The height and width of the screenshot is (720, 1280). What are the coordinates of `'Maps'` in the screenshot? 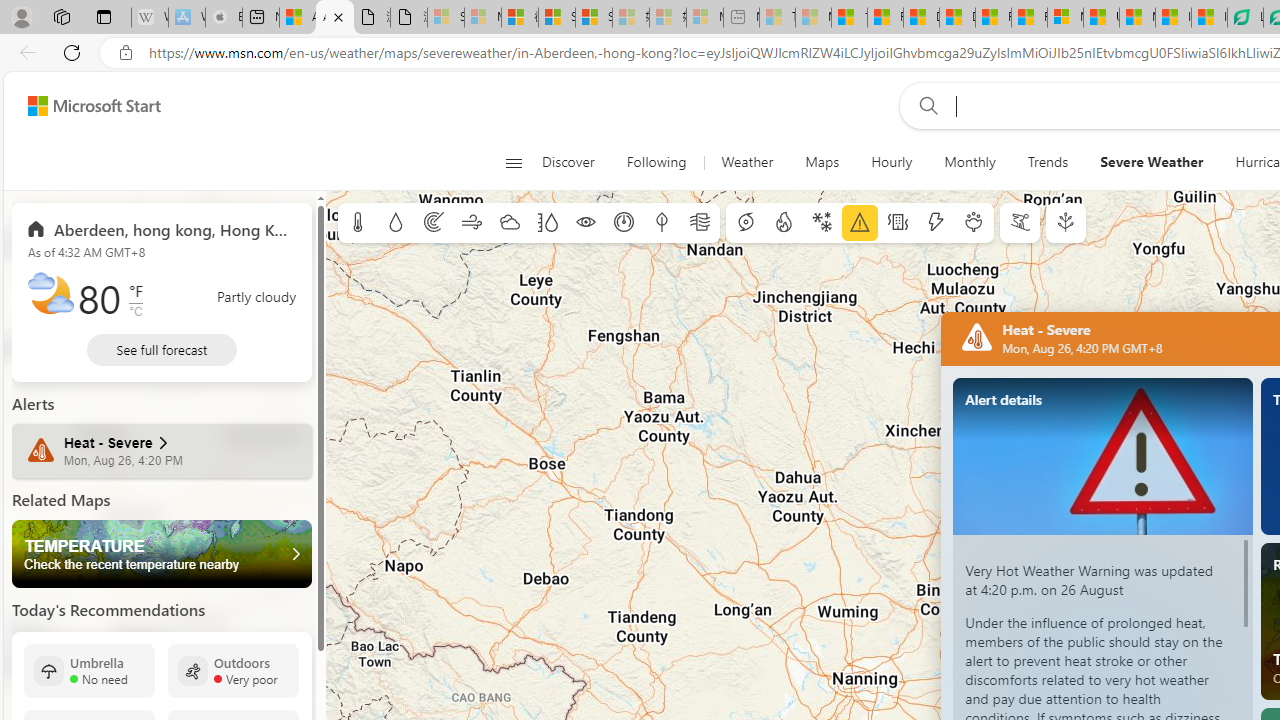 It's located at (822, 162).